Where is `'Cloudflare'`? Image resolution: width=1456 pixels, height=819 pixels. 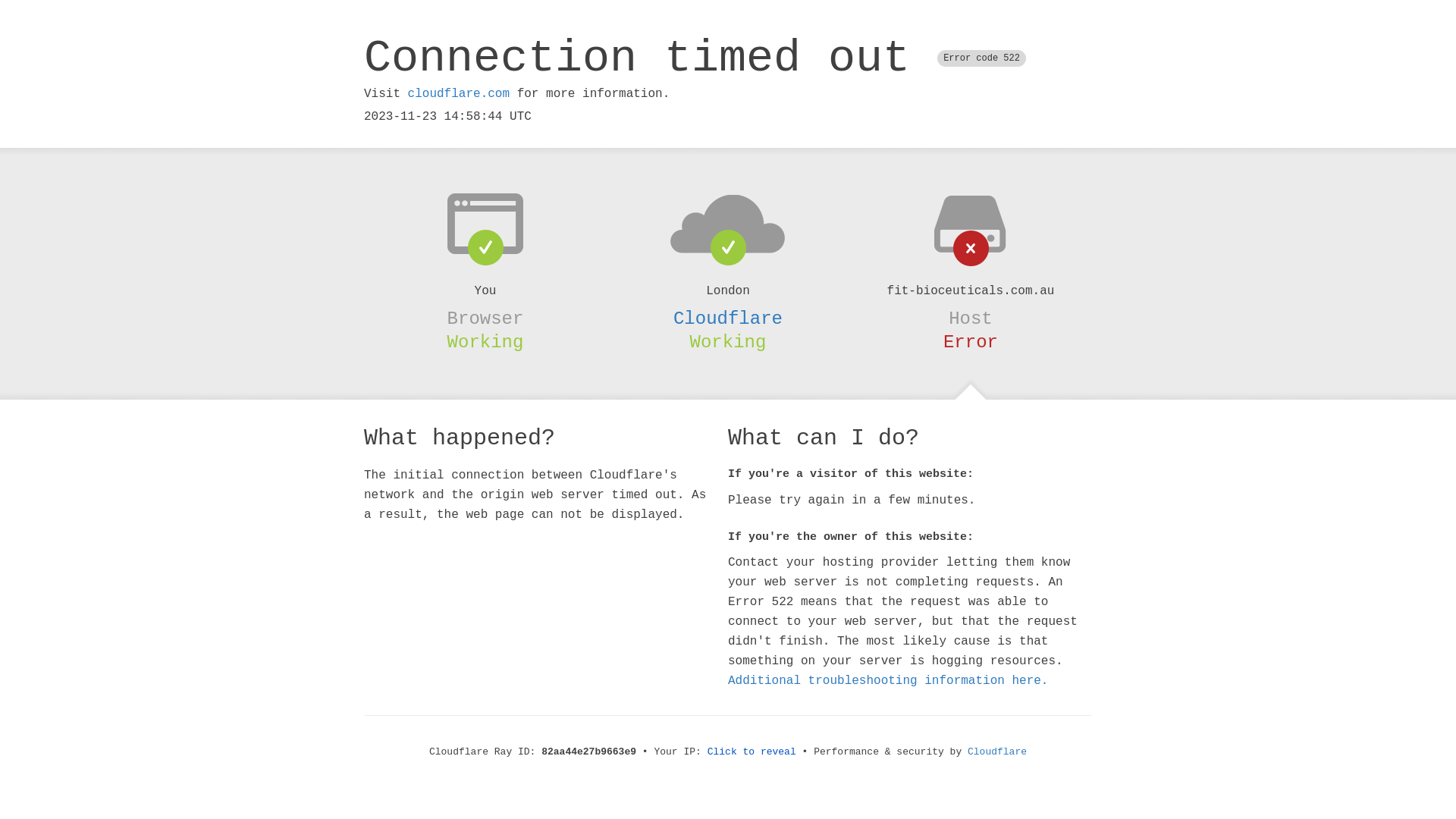 'Cloudflare' is located at coordinates (967, 752).